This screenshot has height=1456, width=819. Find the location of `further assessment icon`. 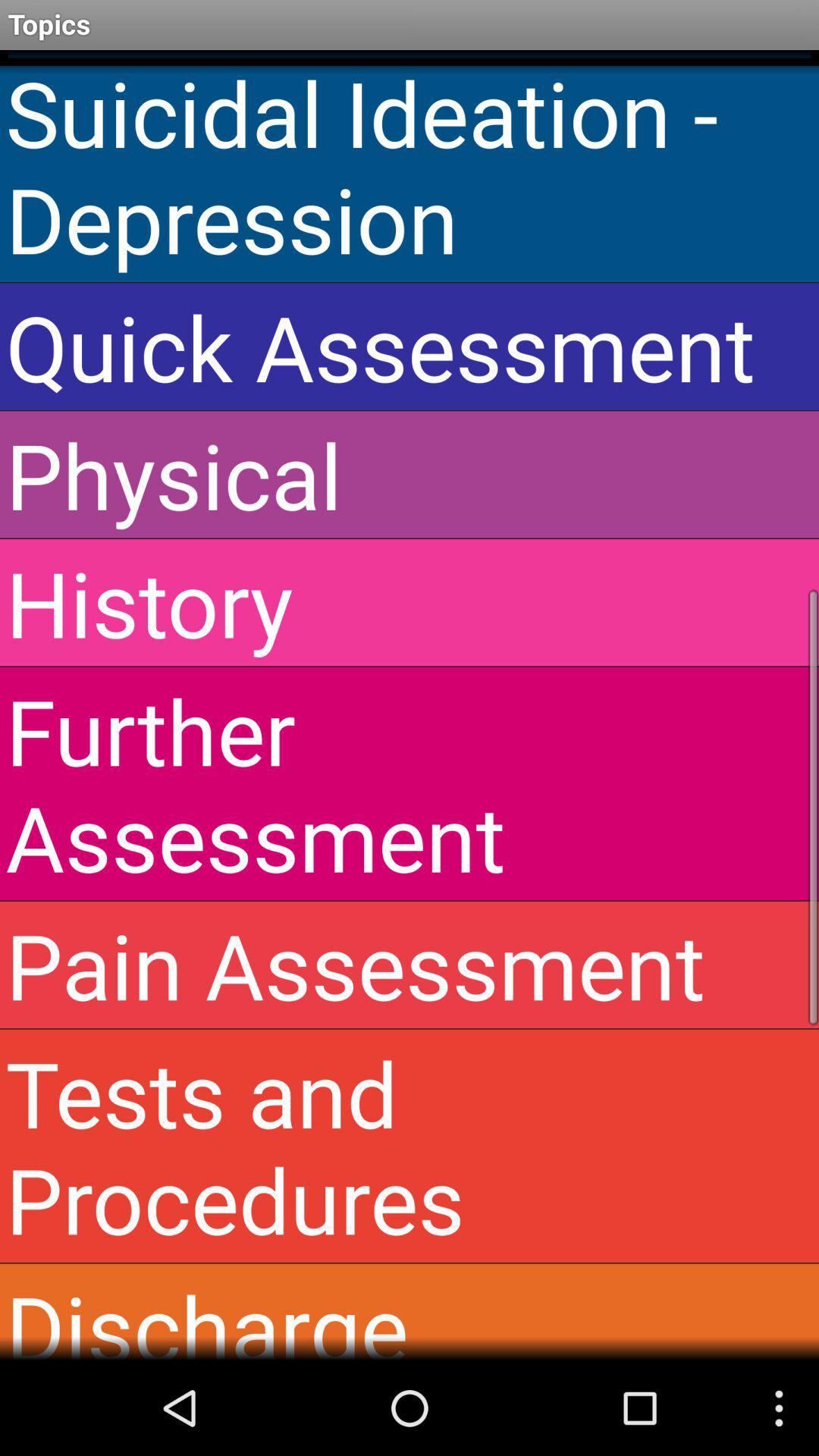

further assessment icon is located at coordinates (409, 783).